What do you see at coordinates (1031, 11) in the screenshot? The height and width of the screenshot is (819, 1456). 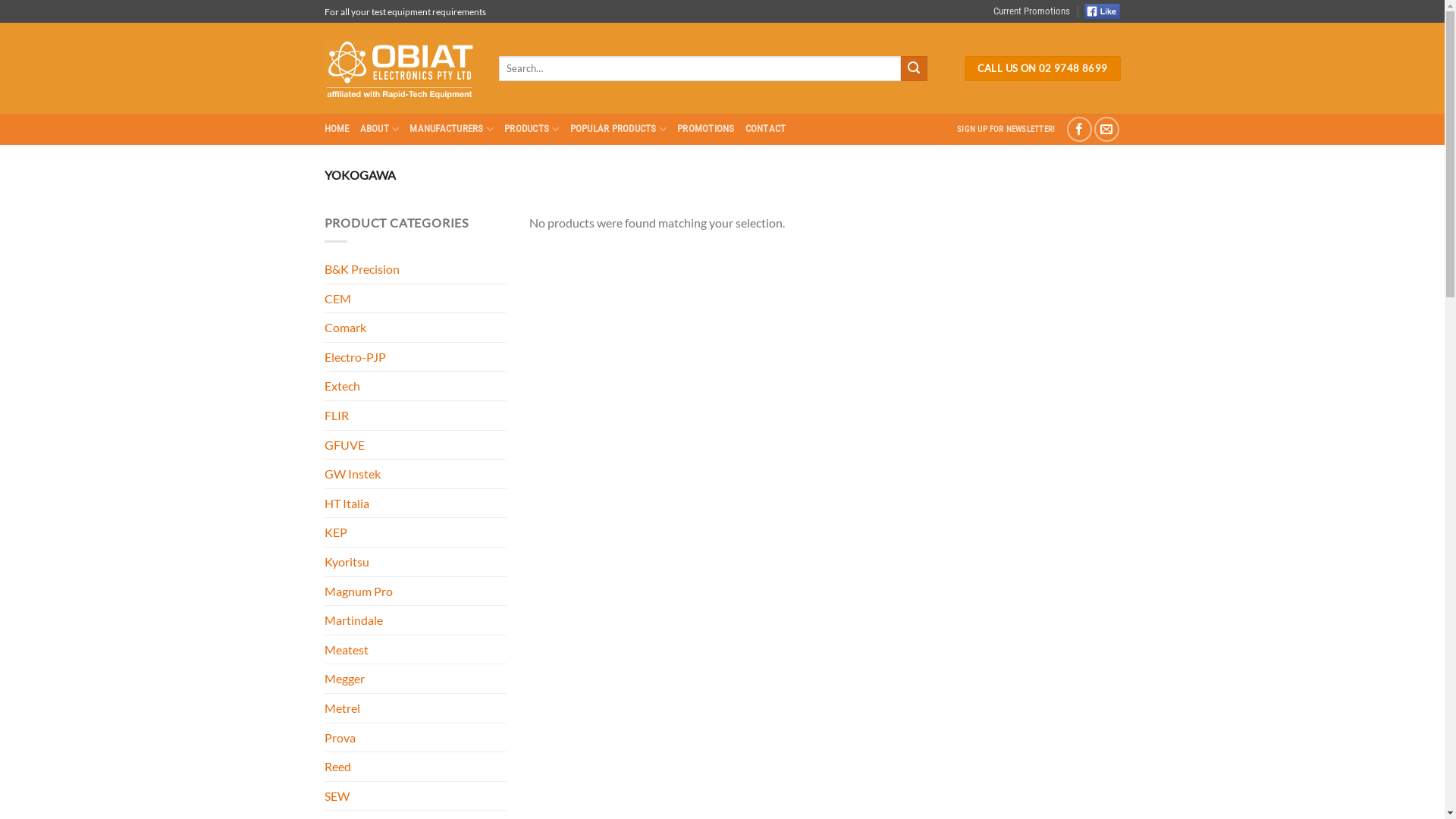 I see `'Current Promotions'` at bounding box center [1031, 11].